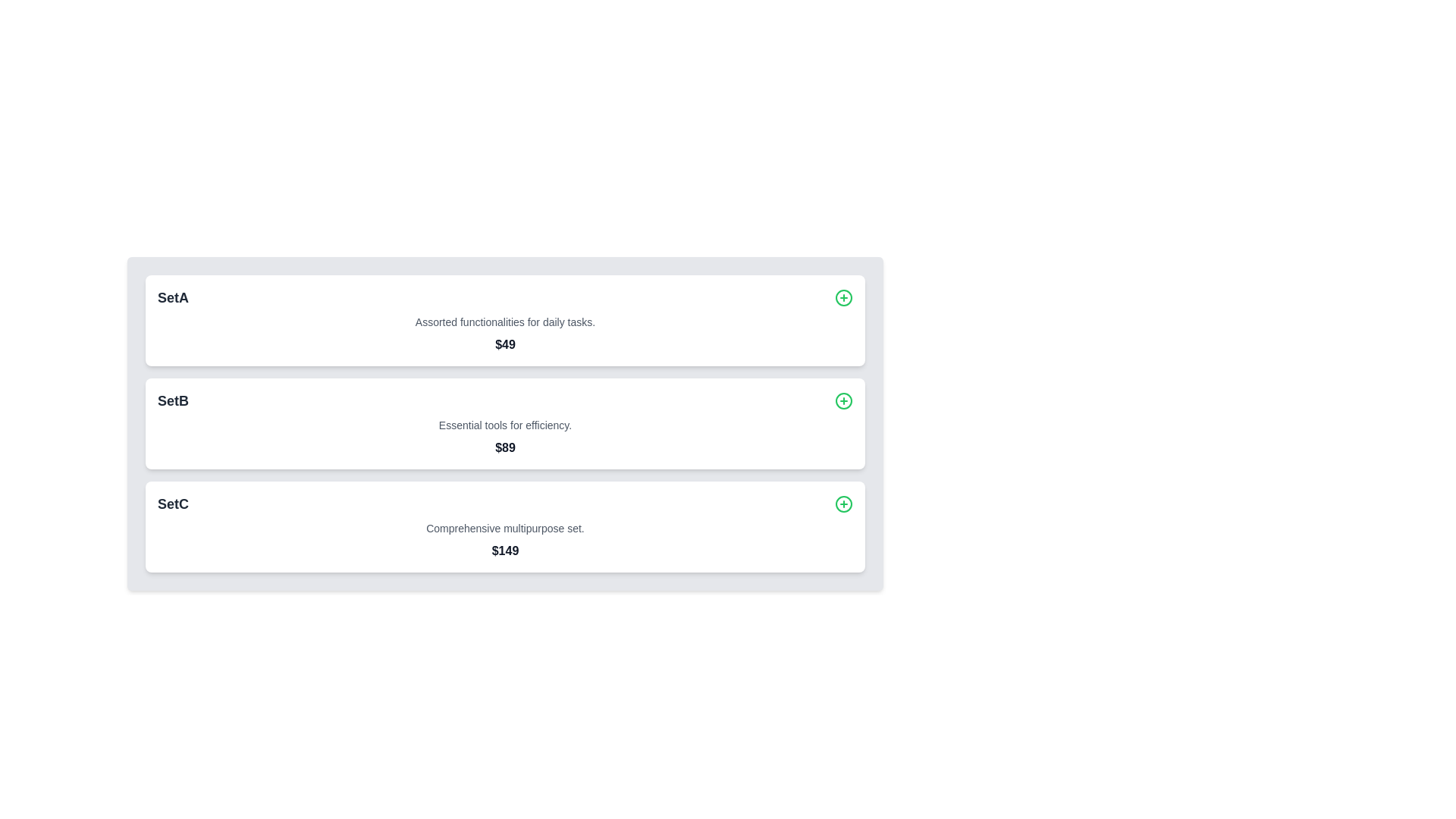 The image size is (1456, 819). Describe the element at coordinates (505, 425) in the screenshot. I see `the text label displaying 'Essential tools for efficiency.' which is located below the label 'SetB' and above the price '$89' within the panel titled 'SetB'` at that location.